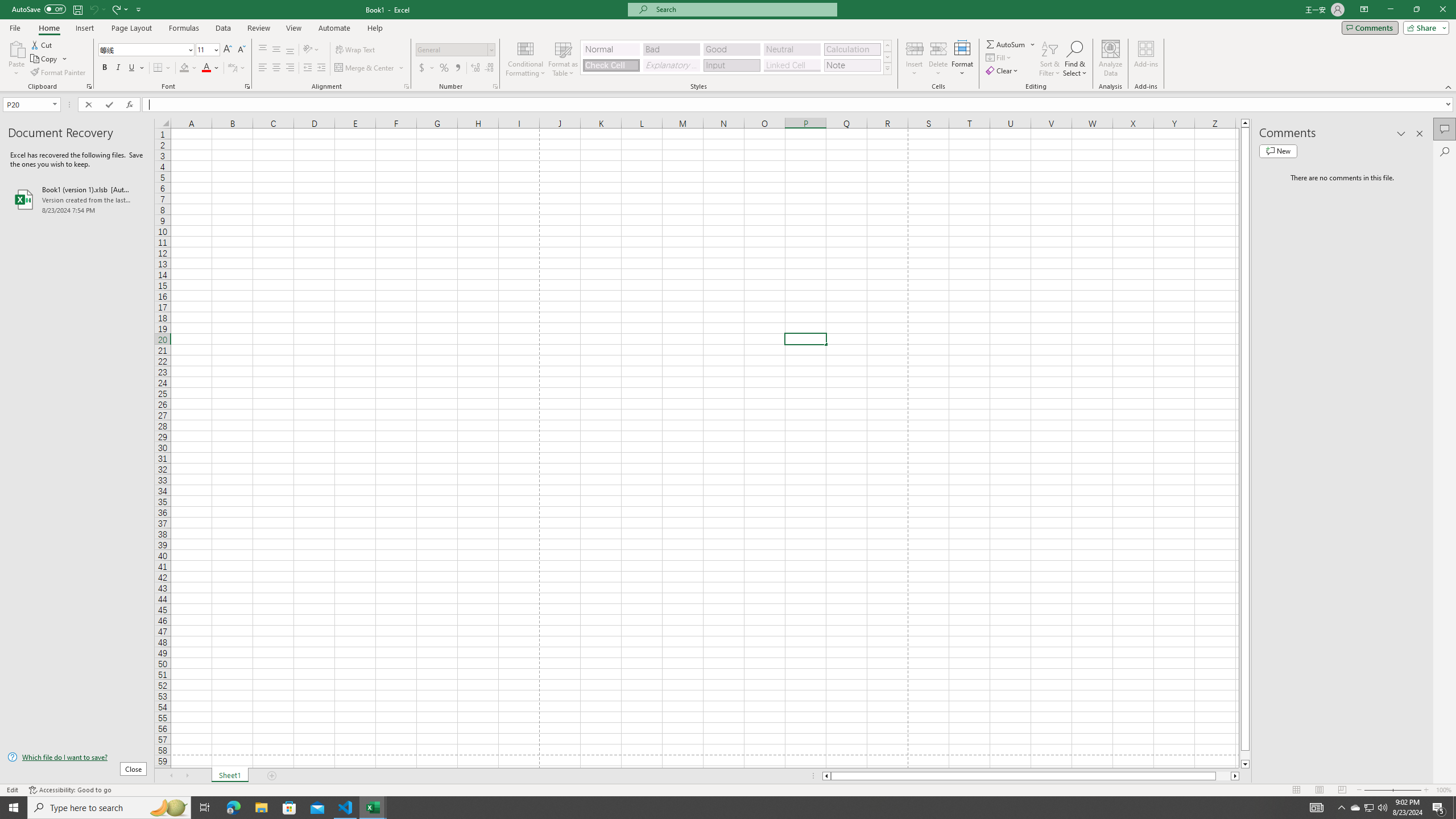 The image size is (1456, 819). Describe the element at coordinates (489, 67) in the screenshot. I see `'Decrease Decimal'` at that location.